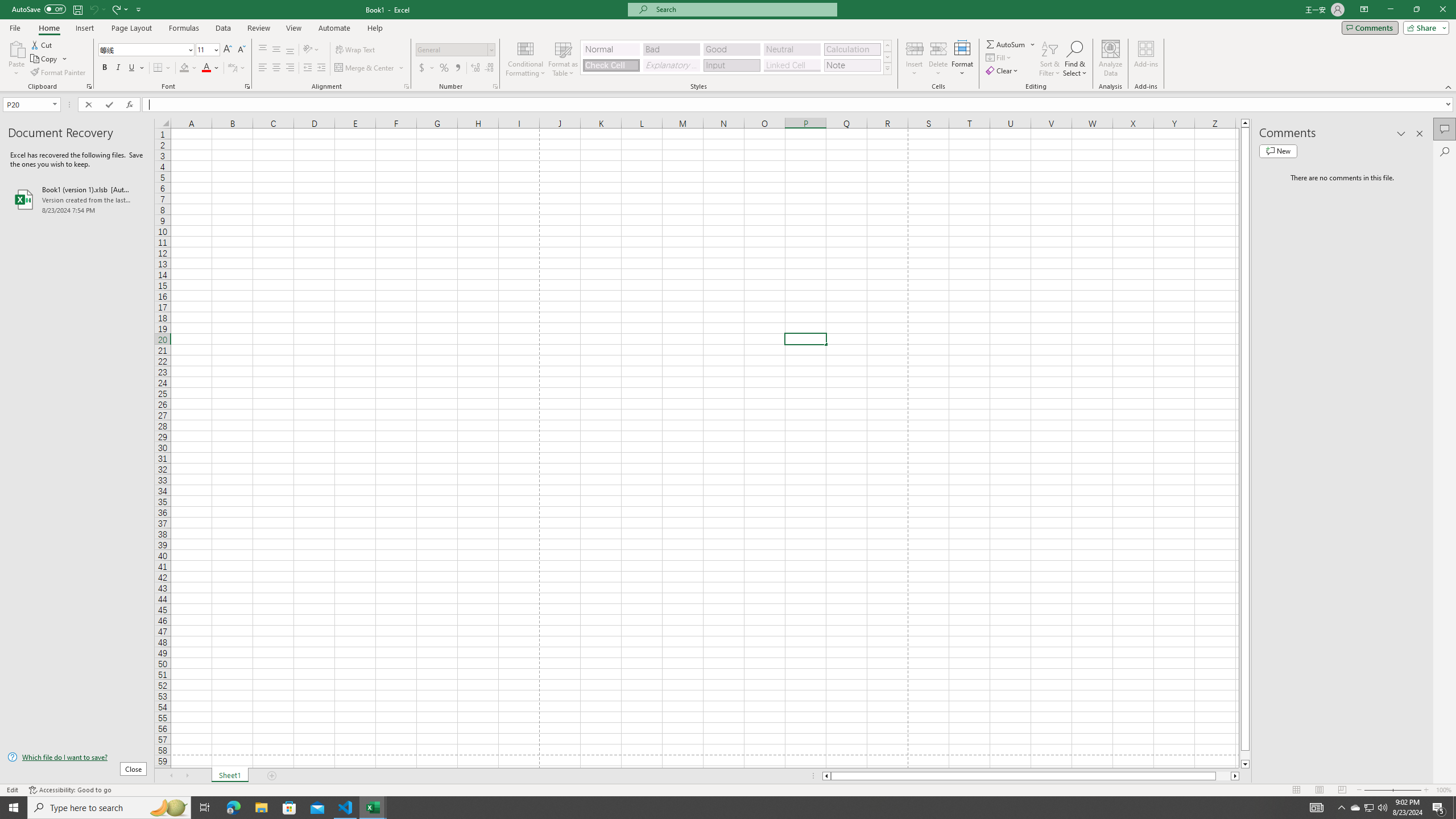 The image size is (1456, 819). Describe the element at coordinates (489, 67) in the screenshot. I see `'Decrease Decimal'` at that location.